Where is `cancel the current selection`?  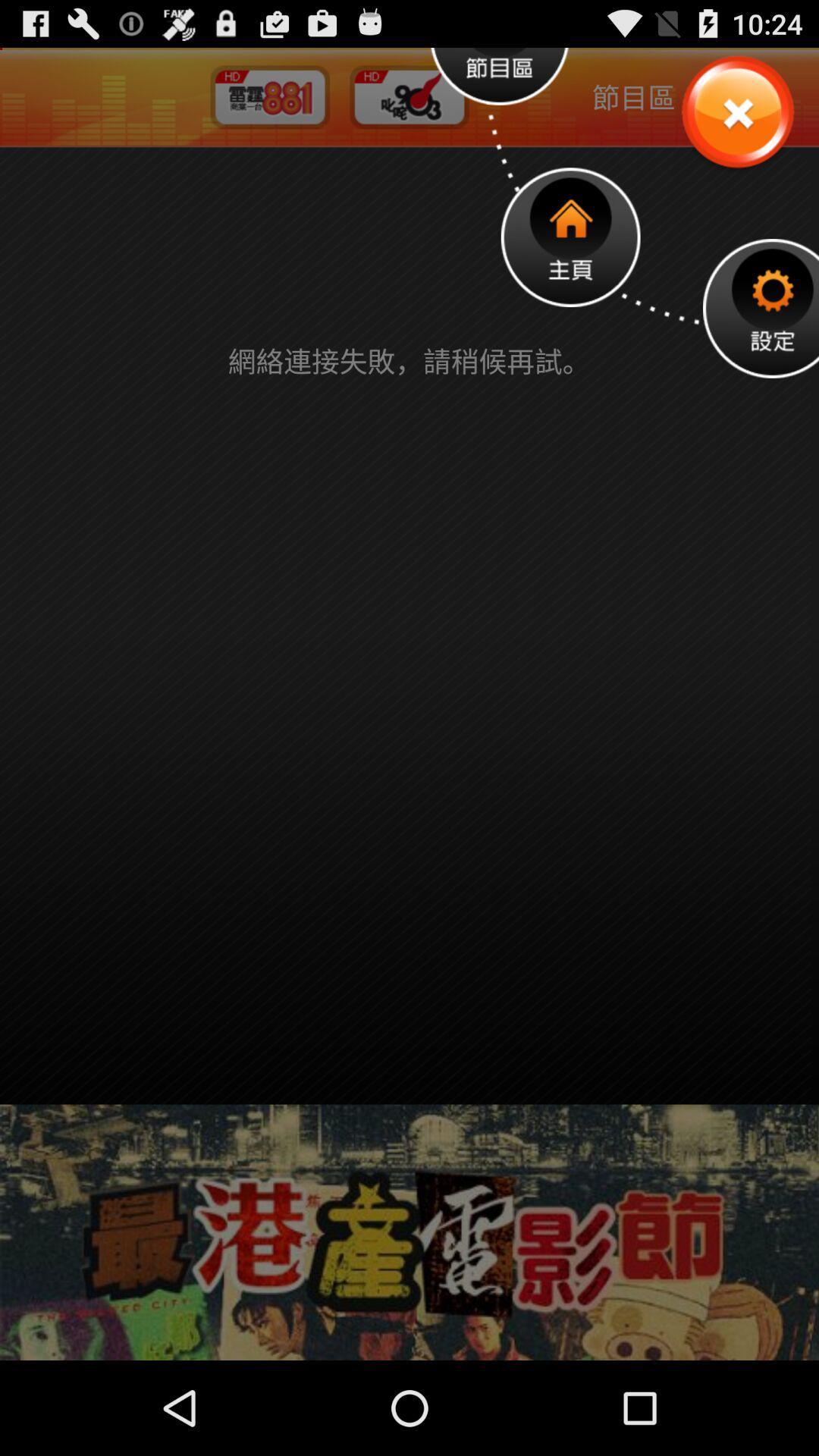 cancel the current selection is located at coordinates (736, 112).